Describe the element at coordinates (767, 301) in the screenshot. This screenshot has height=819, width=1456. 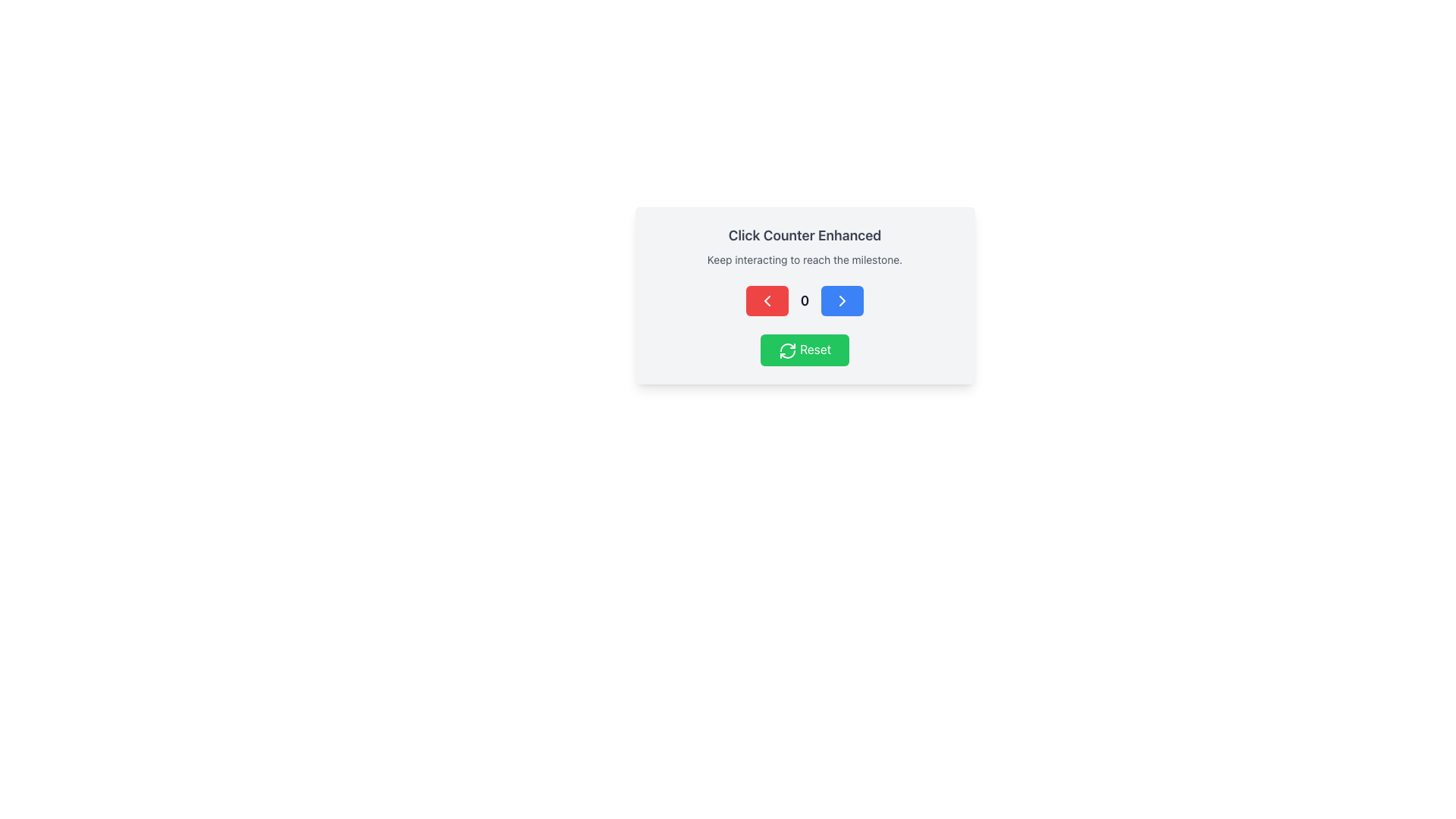
I see `the decrement button located to the left of the numerical display labeled '0'` at that location.